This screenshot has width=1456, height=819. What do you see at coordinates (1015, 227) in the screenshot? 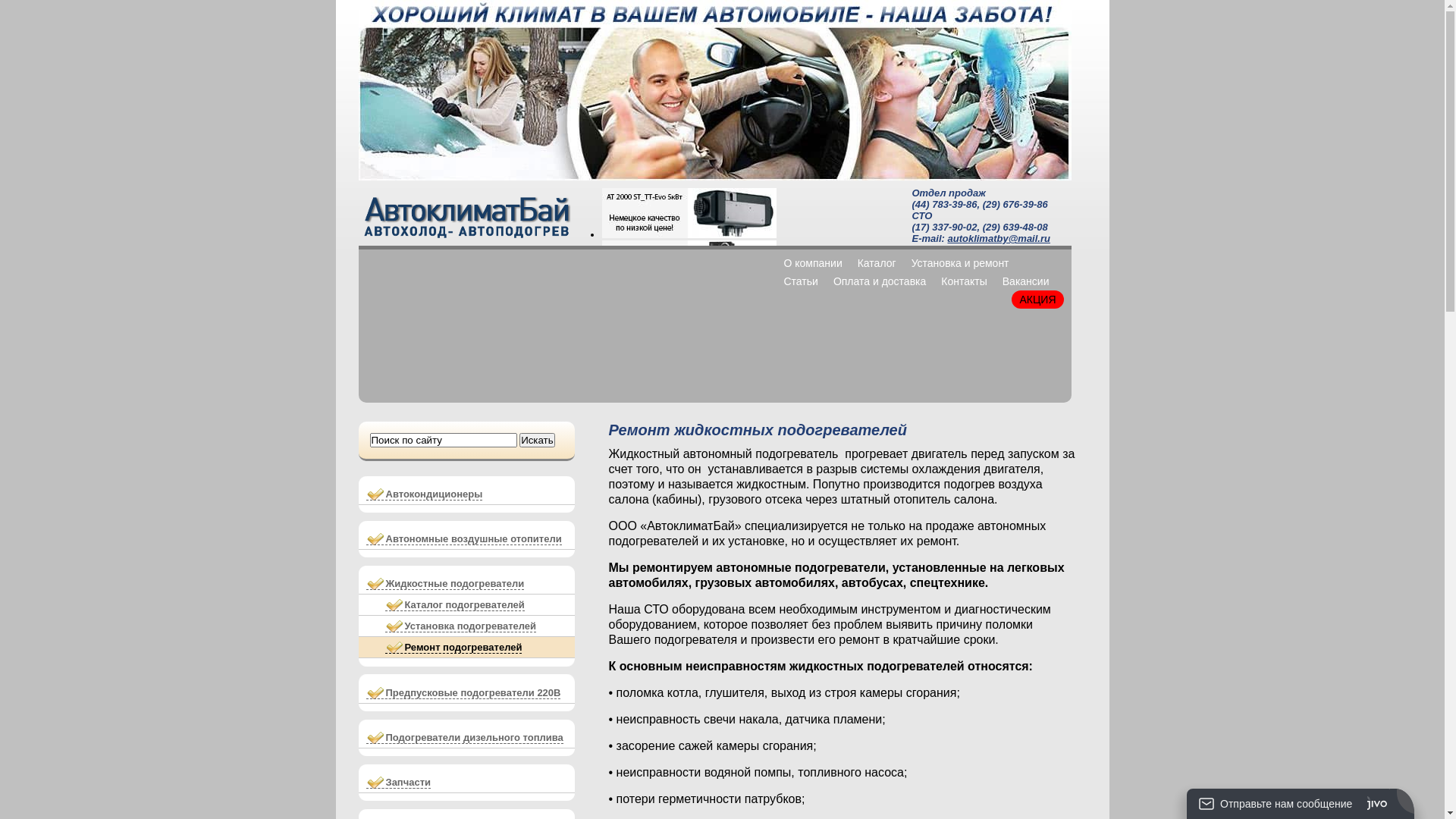
I see `'(29) 639-48-08'` at bounding box center [1015, 227].